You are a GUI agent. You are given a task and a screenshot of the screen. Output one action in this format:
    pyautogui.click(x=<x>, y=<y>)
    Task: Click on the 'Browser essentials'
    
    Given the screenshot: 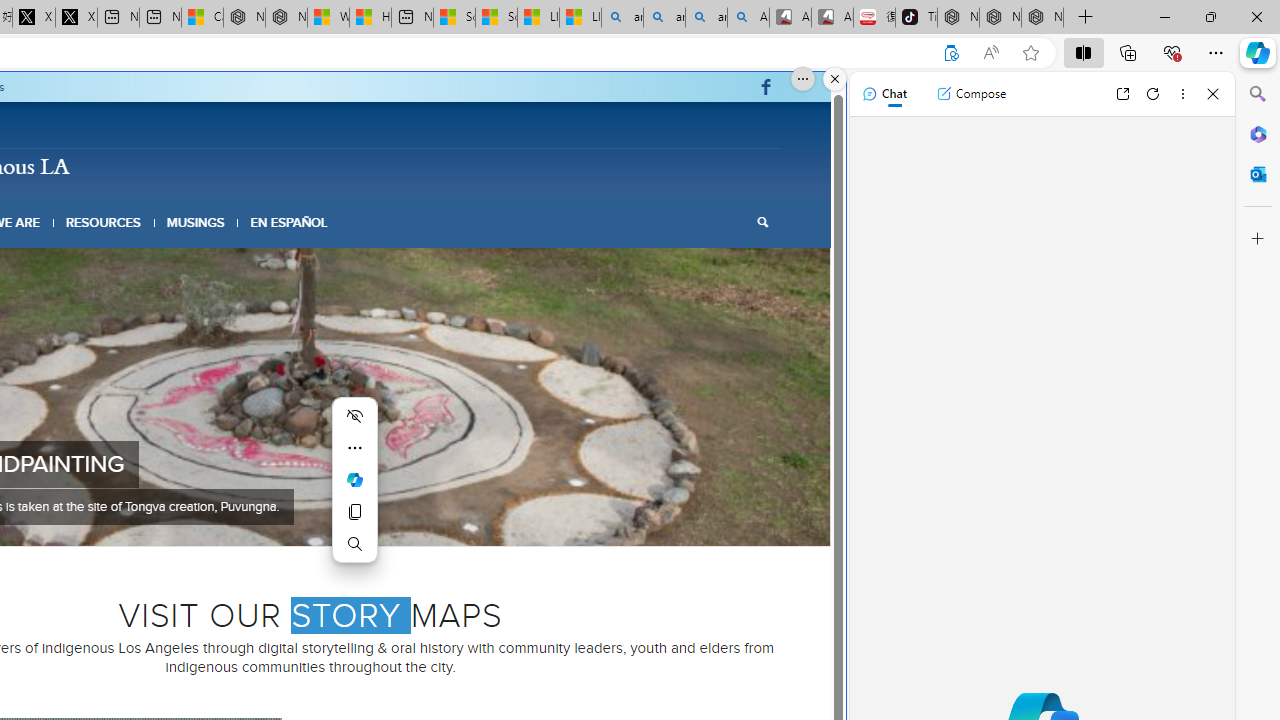 What is the action you would take?
    pyautogui.click(x=1171, y=51)
    